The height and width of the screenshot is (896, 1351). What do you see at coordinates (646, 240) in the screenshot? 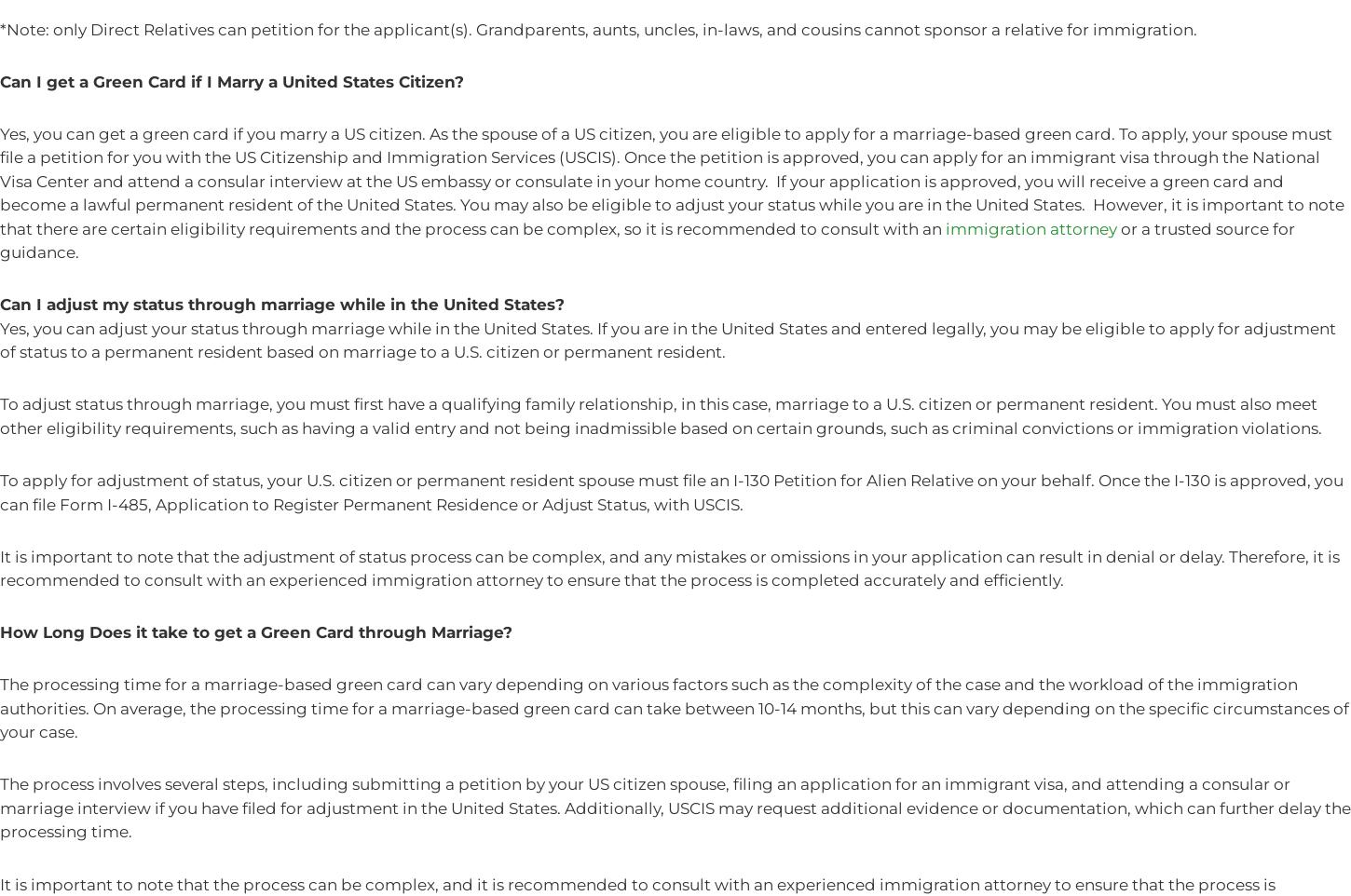
I see `'or a trusted source for guidance.'` at bounding box center [646, 240].